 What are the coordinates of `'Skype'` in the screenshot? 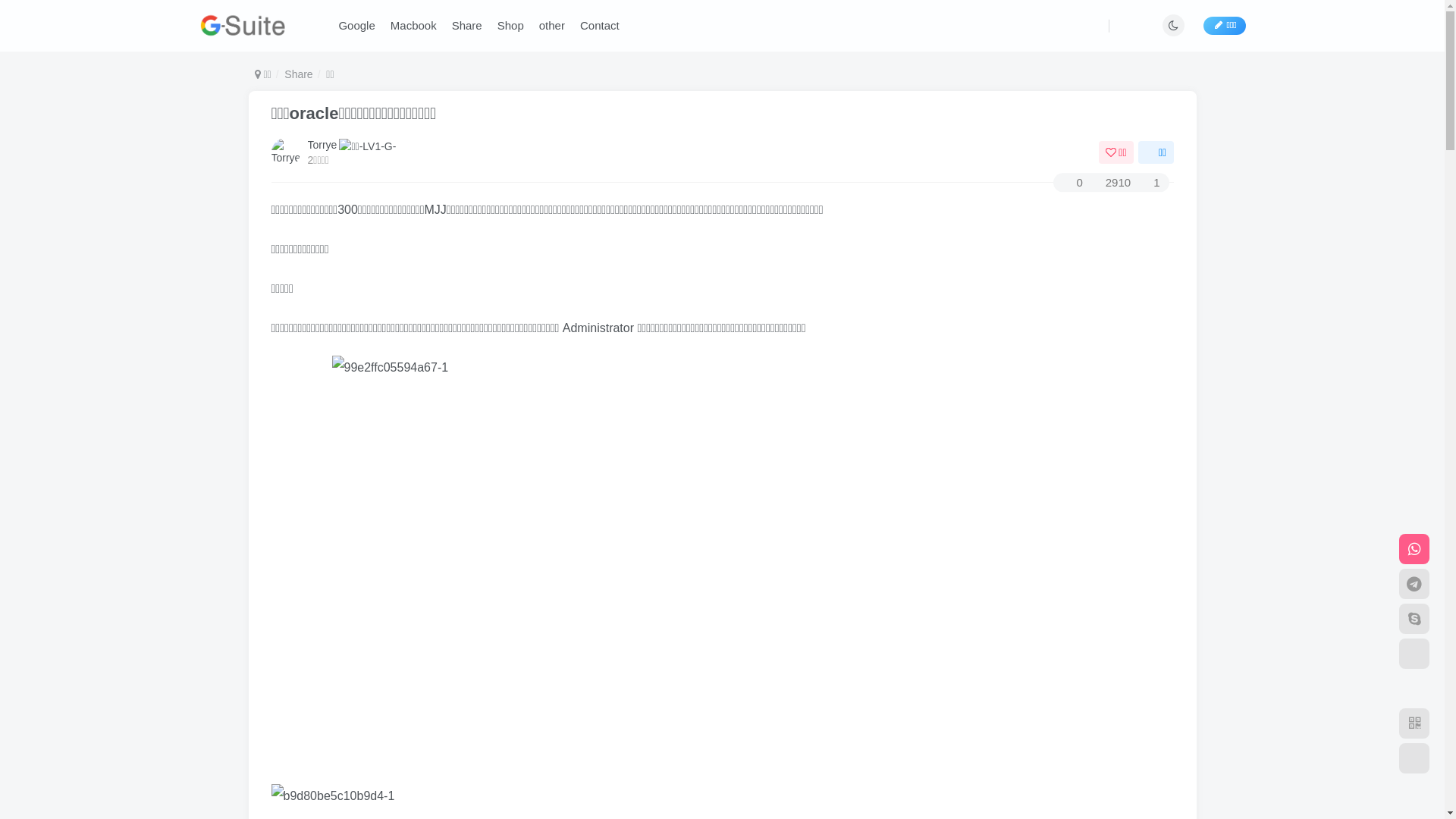 It's located at (1414, 619).